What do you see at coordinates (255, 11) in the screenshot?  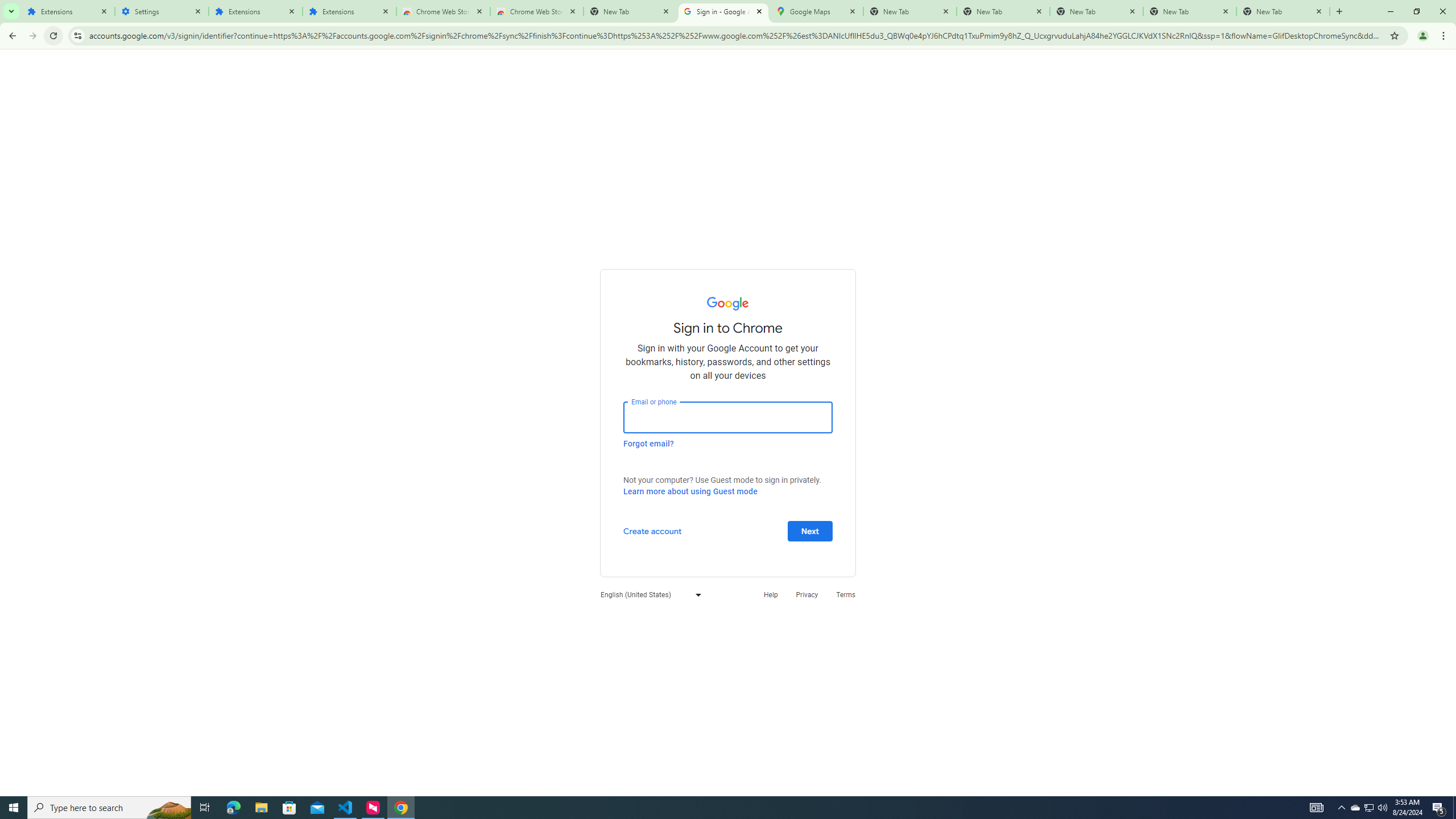 I see `'Extensions'` at bounding box center [255, 11].